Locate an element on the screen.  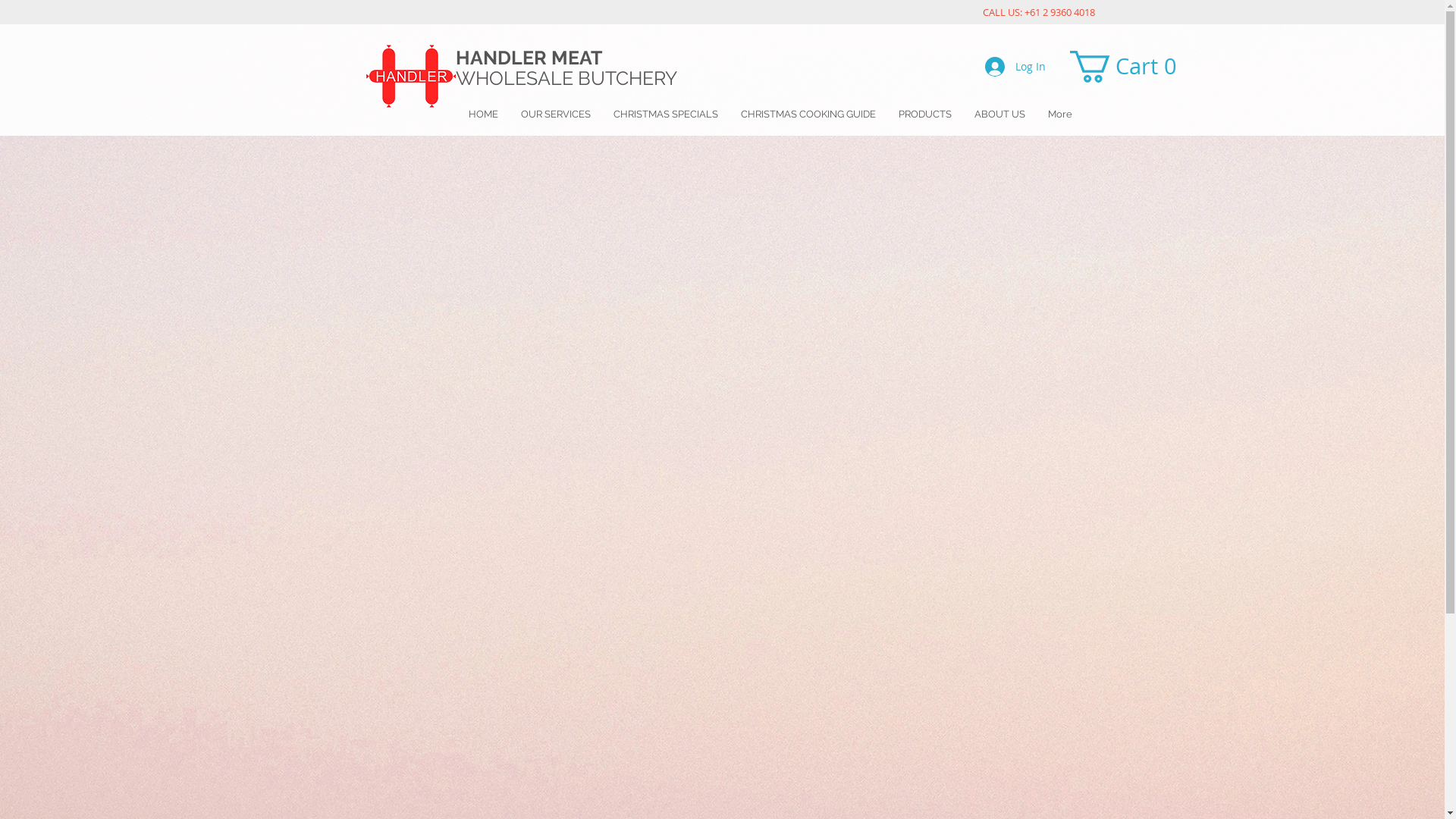
'Cart is located at coordinates (1128, 66).